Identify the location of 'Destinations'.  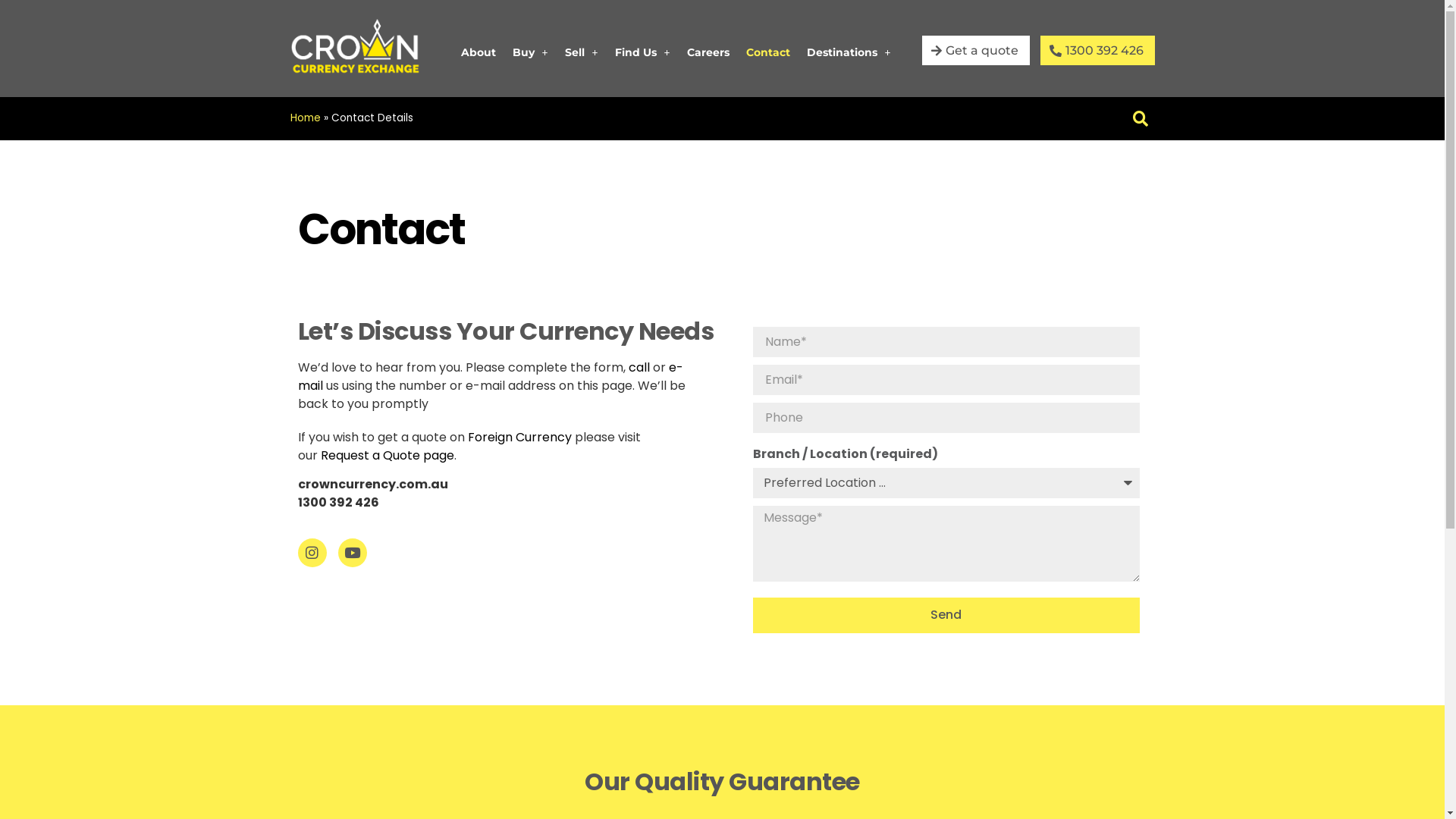
(848, 52).